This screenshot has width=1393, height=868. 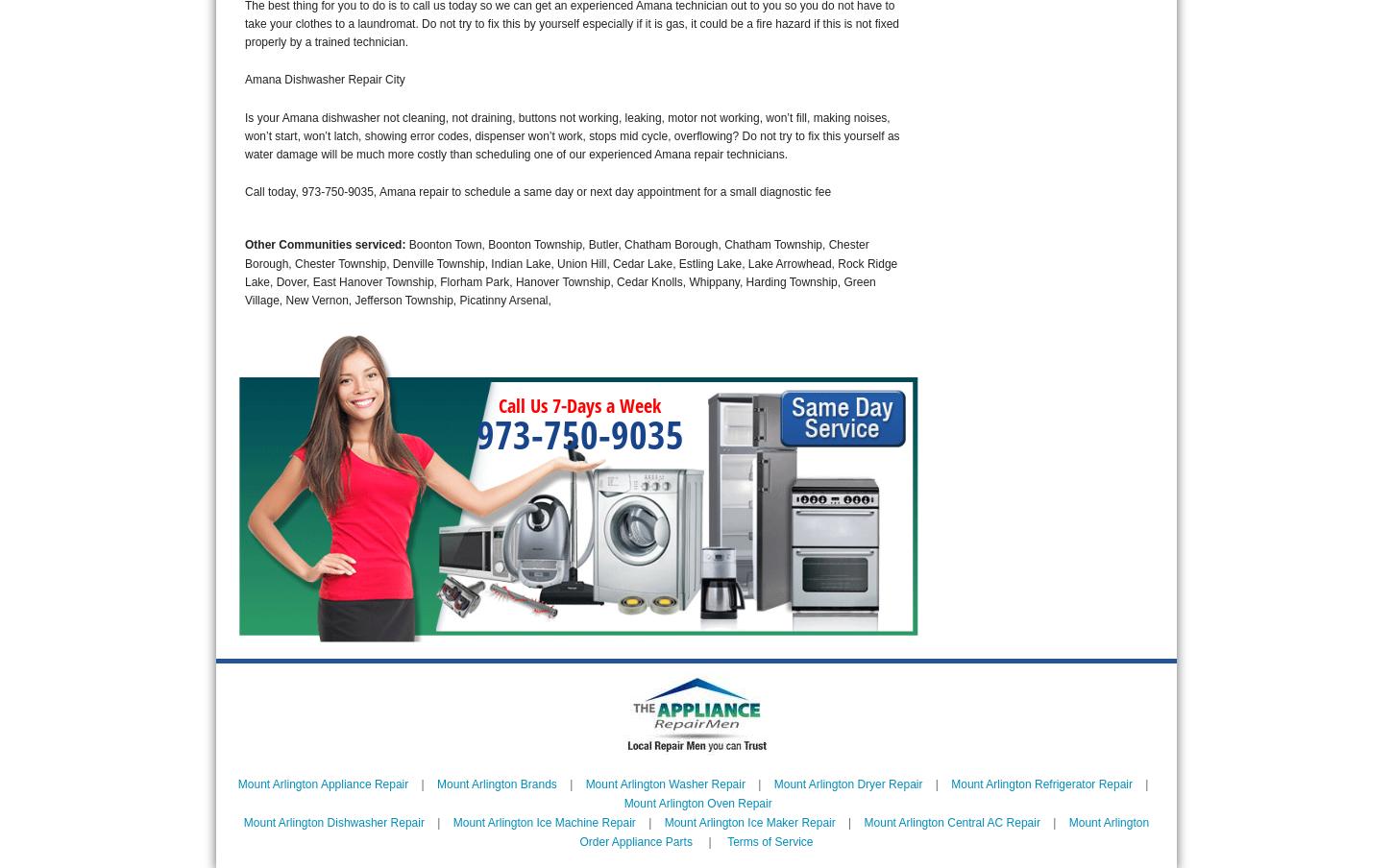 What do you see at coordinates (572, 134) in the screenshot?
I see `'Is your Amana dishwasher not cleaning, not draining, buttons not working, leaking, motor not working, won’t fill, making noises, won’t start, won’t latch, showing error codes, dispenser won’t work, stops mid cycle, overflowing? Do not try to fix this yourself as water damage will be much more costly than scheduling one of our experienced Amana repair technicians.'` at bounding box center [572, 134].